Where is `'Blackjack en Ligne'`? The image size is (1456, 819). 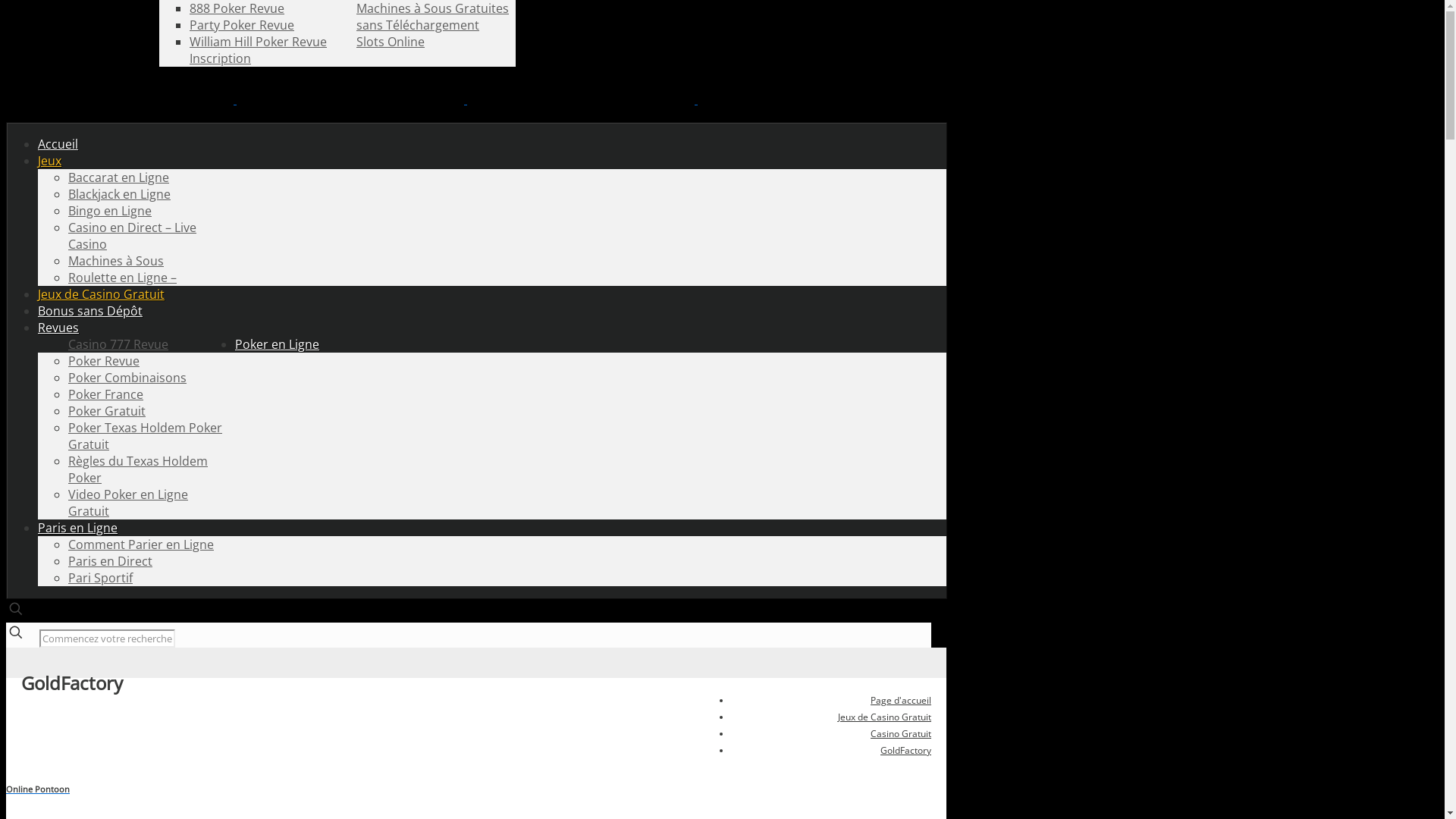
'Blackjack en Ligne' is located at coordinates (118, 193).